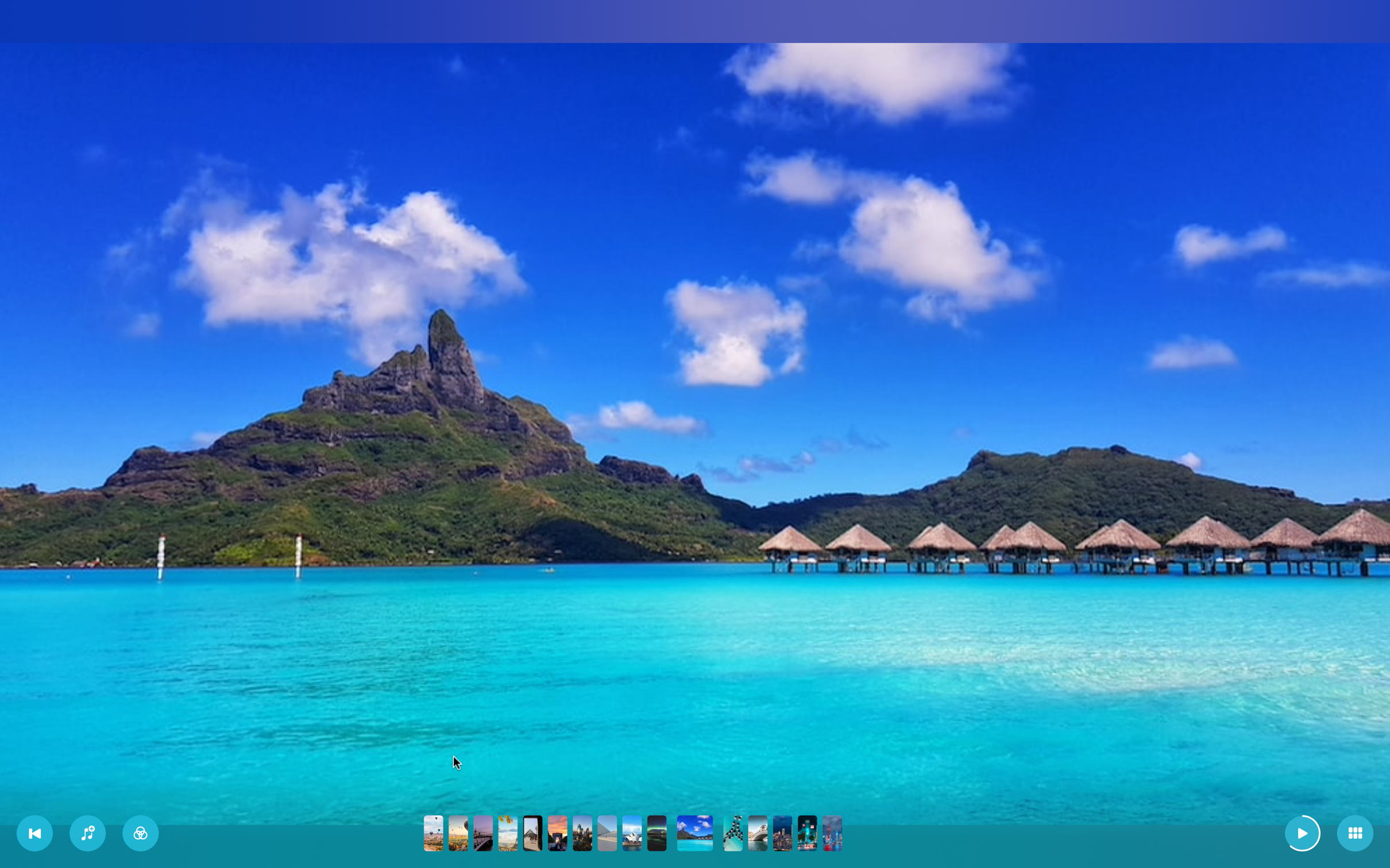 The height and width of the screenshot is (868, 1390). I want to click on Progress to the second visual slide in the slideshow, so click(458, 832).